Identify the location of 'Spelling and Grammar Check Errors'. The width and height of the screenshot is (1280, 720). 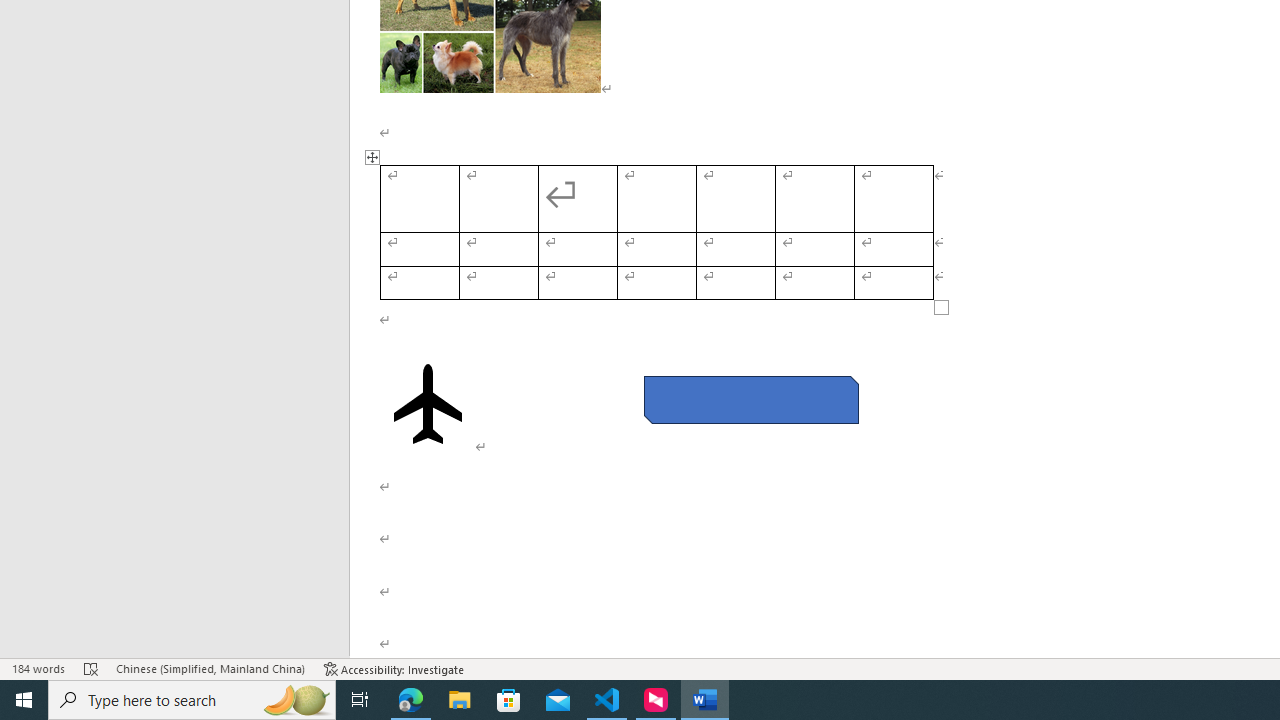
(90, 669).